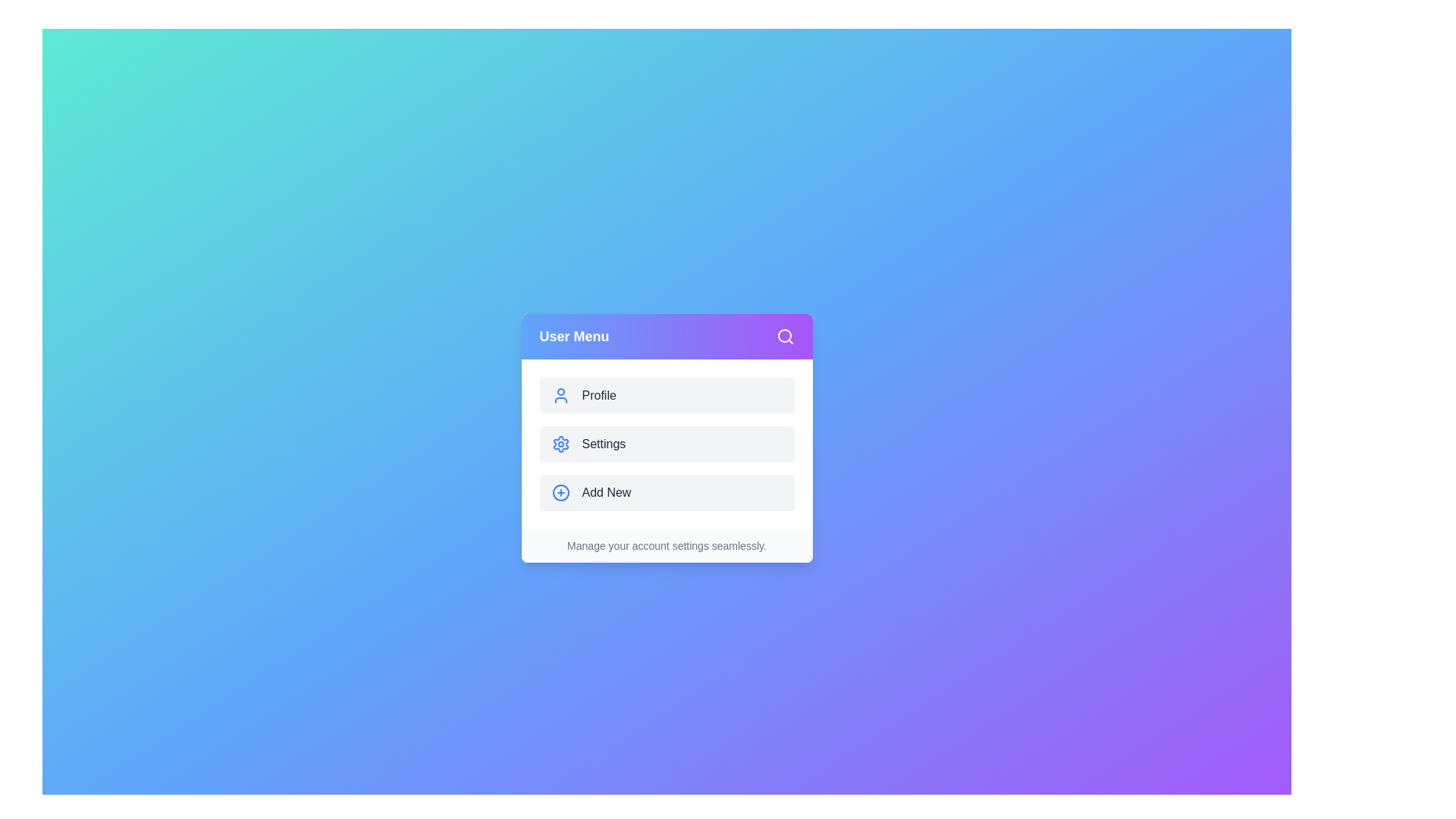  I want to click on the search icon in the header, so click(785, 335).